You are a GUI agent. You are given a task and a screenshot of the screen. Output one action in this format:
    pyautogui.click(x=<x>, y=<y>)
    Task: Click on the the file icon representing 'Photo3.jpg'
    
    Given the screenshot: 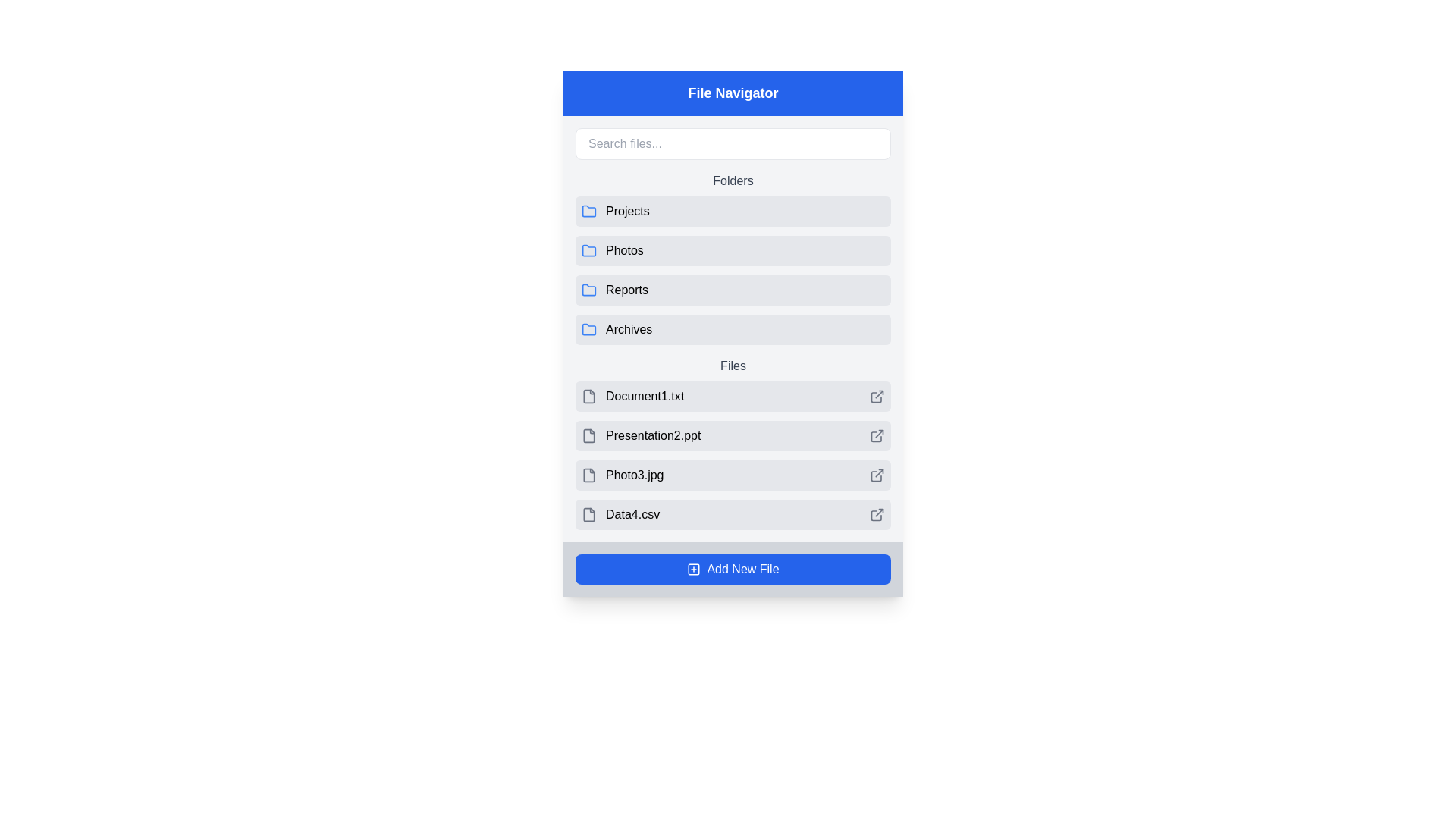 What is the action you would take?
    pyautogui.click(x=588, y=475)
    